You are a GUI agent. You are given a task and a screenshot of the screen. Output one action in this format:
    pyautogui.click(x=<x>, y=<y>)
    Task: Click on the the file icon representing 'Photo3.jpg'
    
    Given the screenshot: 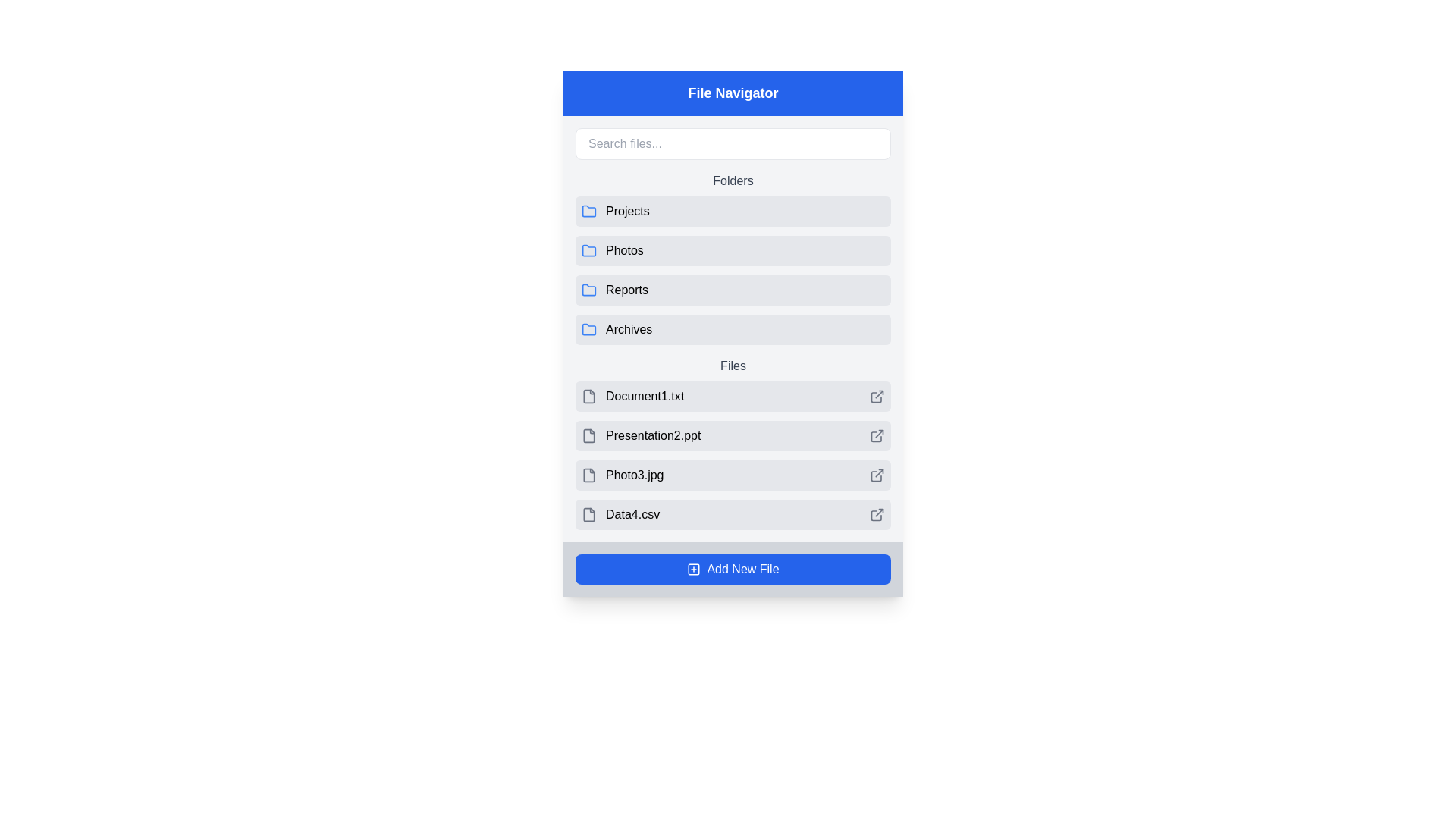 What is the action you would take?
    pyautogui.click(x=588, y=475)
    